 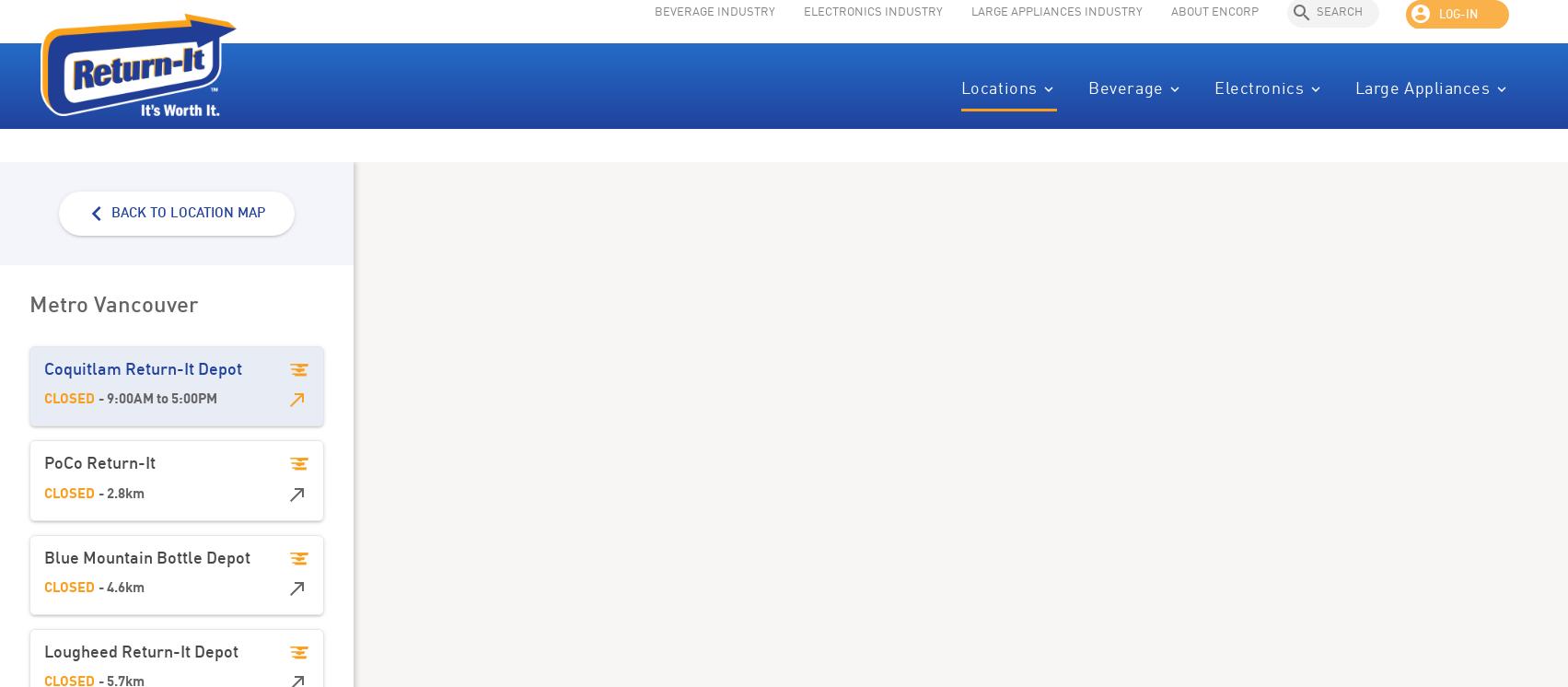 I want to click on 'Appliances Industry', so click(x=1010, y=28).